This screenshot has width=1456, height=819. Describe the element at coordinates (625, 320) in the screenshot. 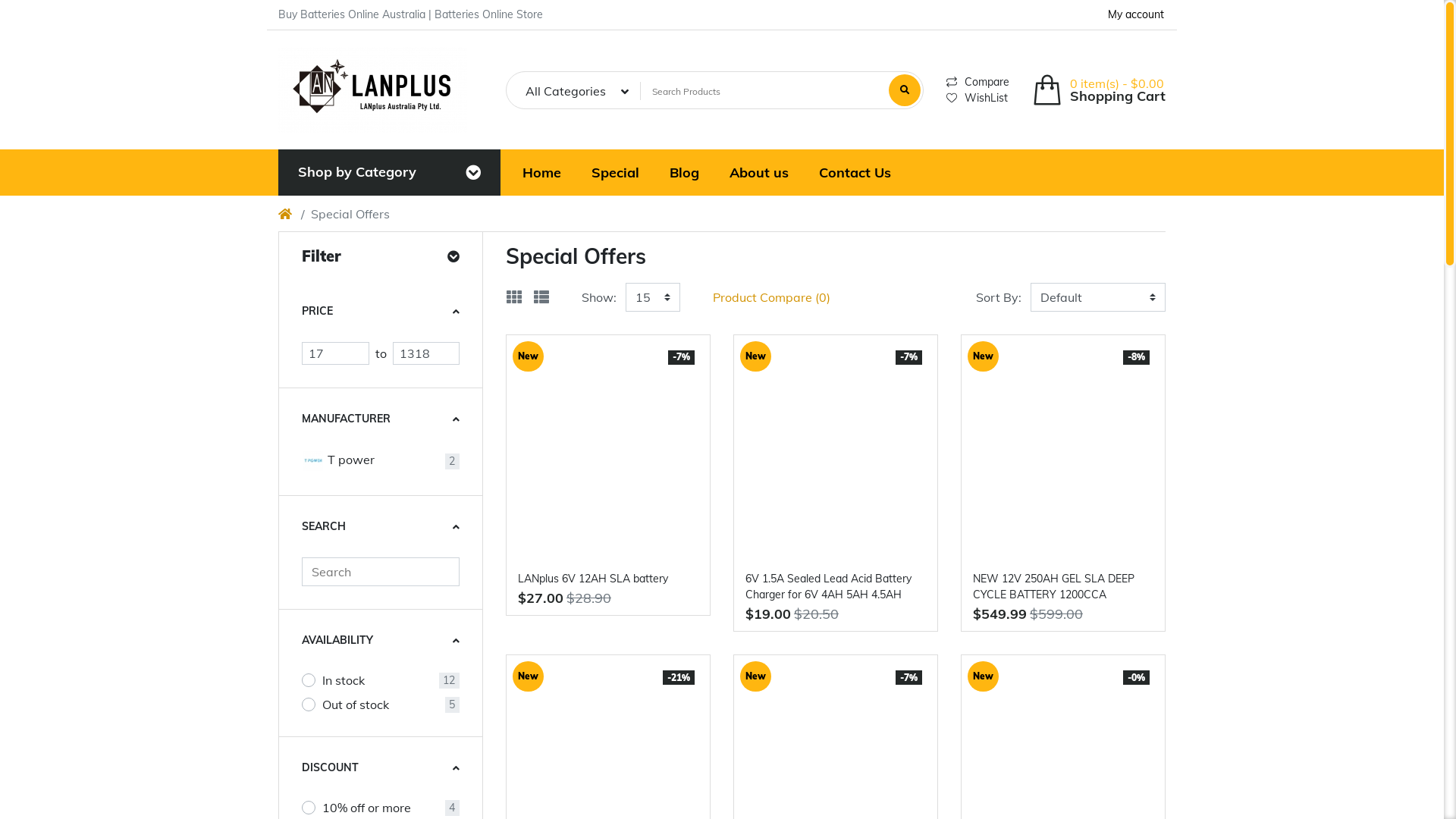

I see `'Quick view'` at that location.